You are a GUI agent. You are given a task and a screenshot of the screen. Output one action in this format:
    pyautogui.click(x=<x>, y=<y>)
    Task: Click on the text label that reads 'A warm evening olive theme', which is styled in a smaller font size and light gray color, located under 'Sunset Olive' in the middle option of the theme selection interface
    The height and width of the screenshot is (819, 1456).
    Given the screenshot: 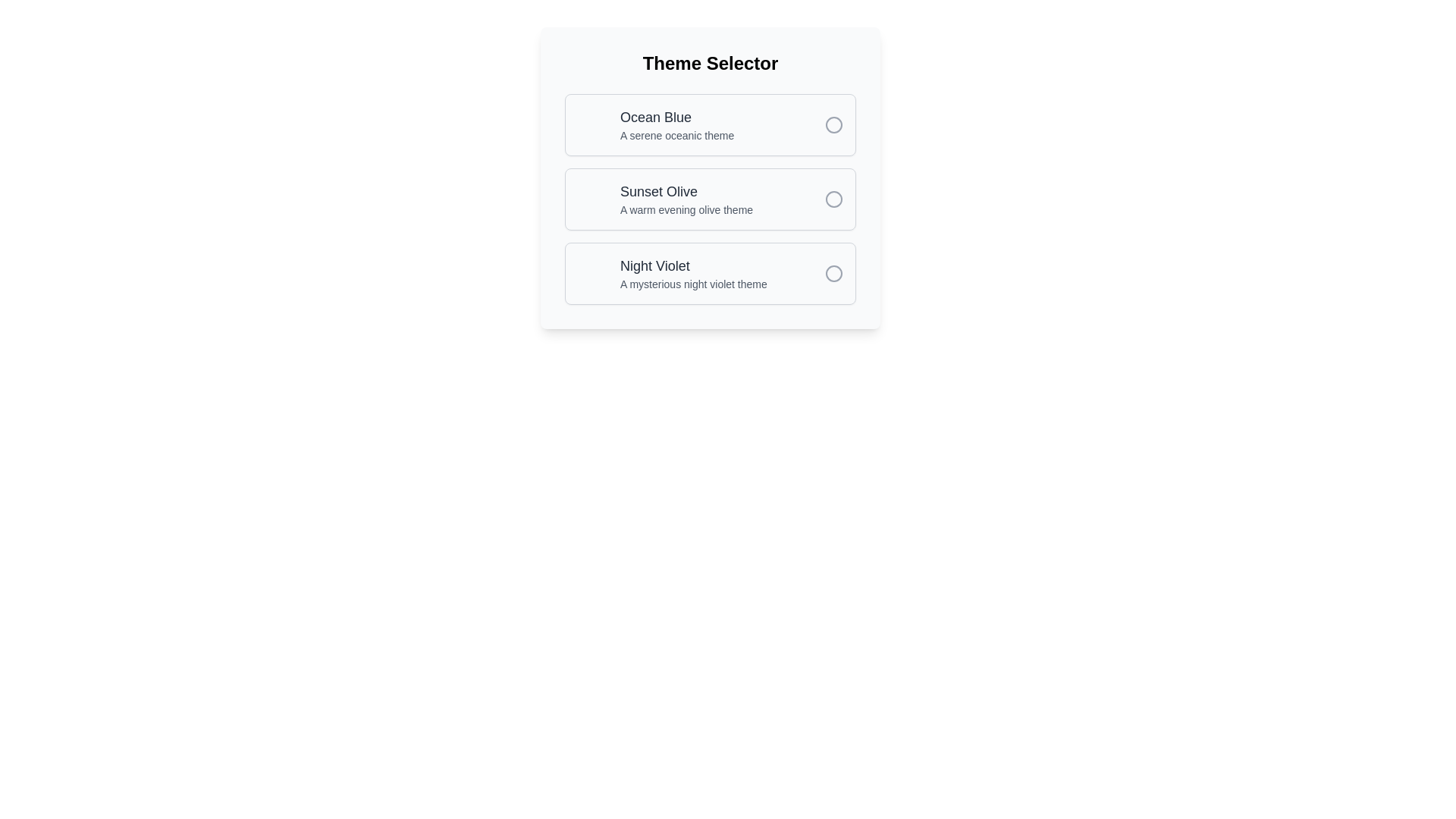 What is the action you would take?
    pyautogui.click(x=686, y=210)
    